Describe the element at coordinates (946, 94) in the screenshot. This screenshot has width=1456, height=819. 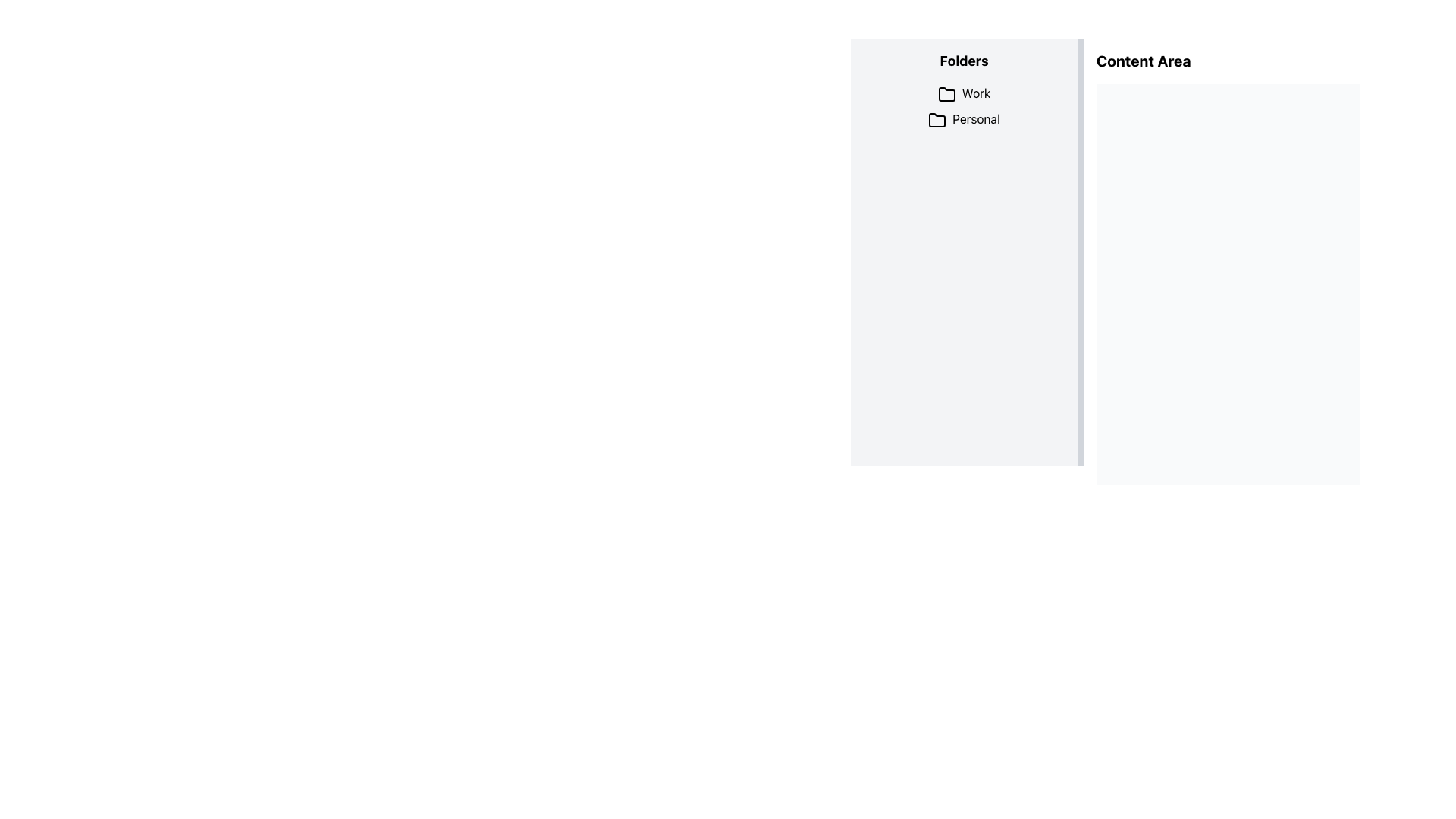
I see `the 'Work' folder icon located` at that location.